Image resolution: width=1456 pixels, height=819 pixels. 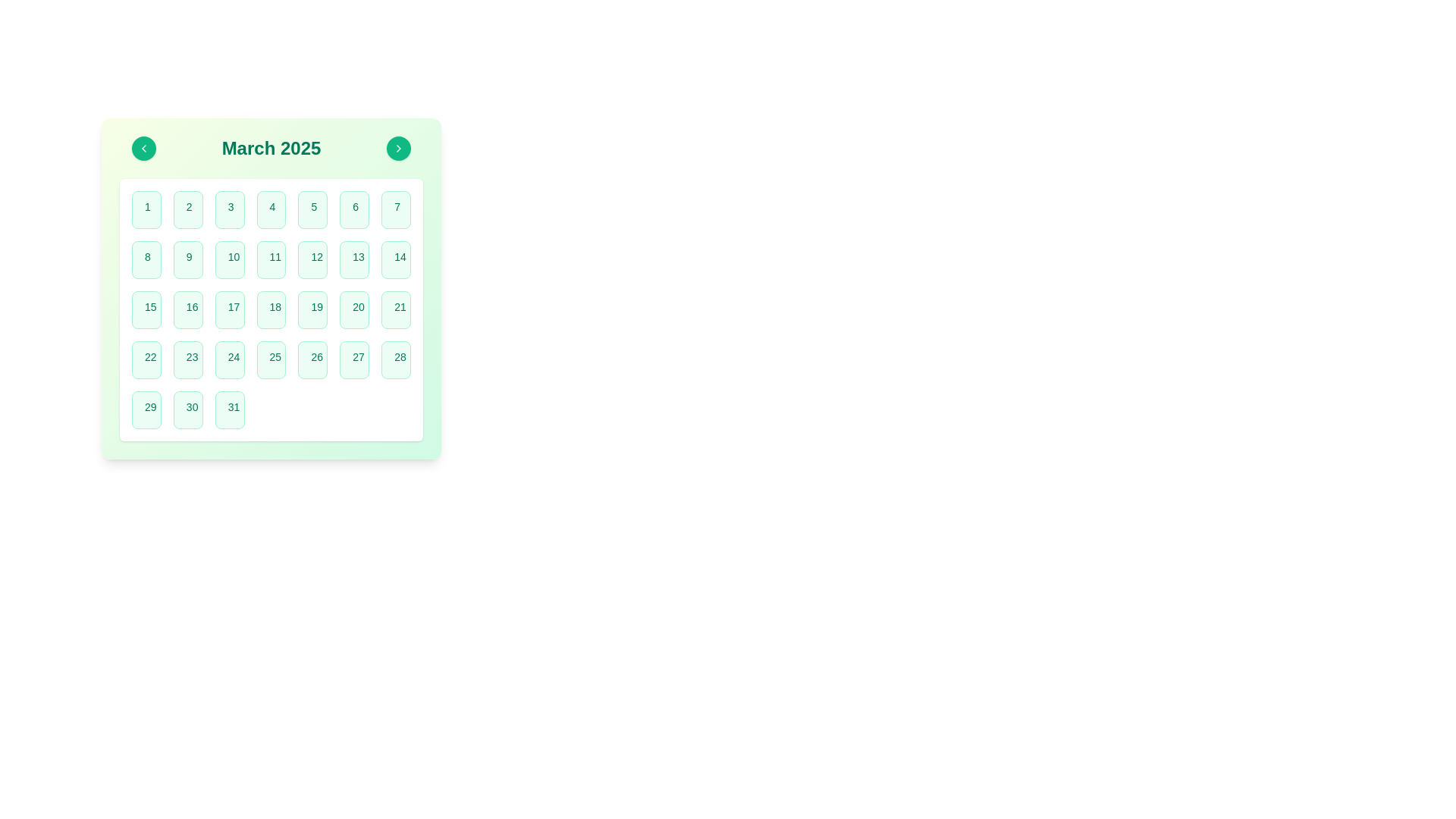 I want to click on text displayed in the text label showing the number '30', which is emerald green and located in the fifth row of the calendar interface, second-to-last in that row, so click(x=191, y=406).